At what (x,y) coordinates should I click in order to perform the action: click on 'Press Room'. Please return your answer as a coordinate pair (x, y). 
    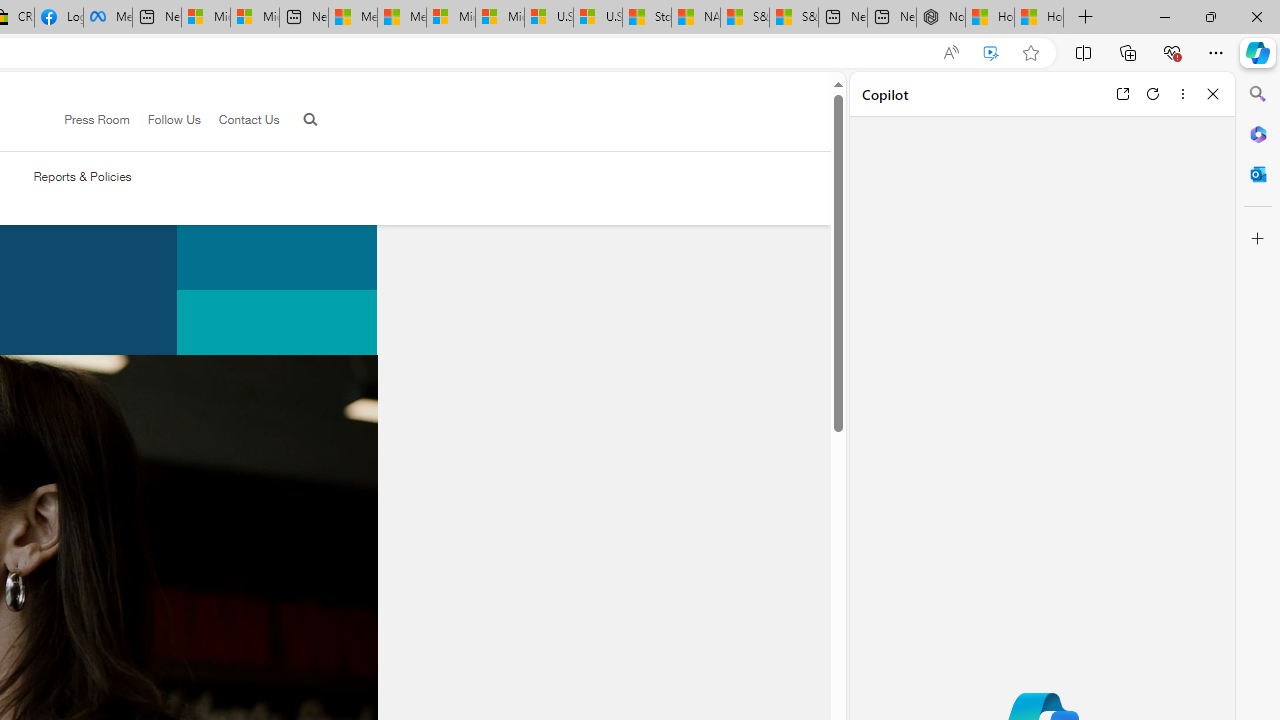
    Looking at the image, I should click on (96, 119).